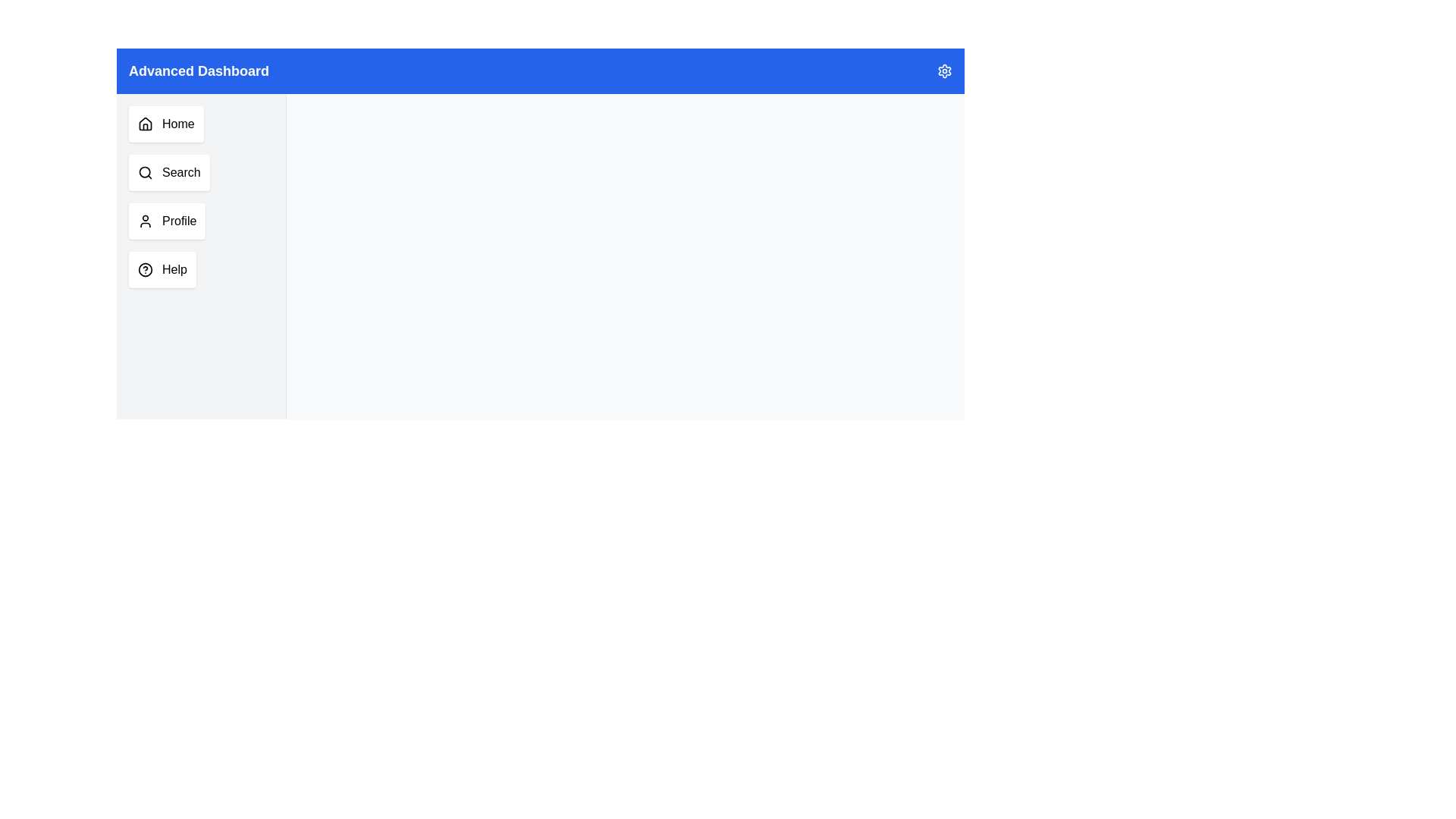 The height and width of the screenshot is (819, 1456). I want to click on the 'Help' button, so click(162, 268).